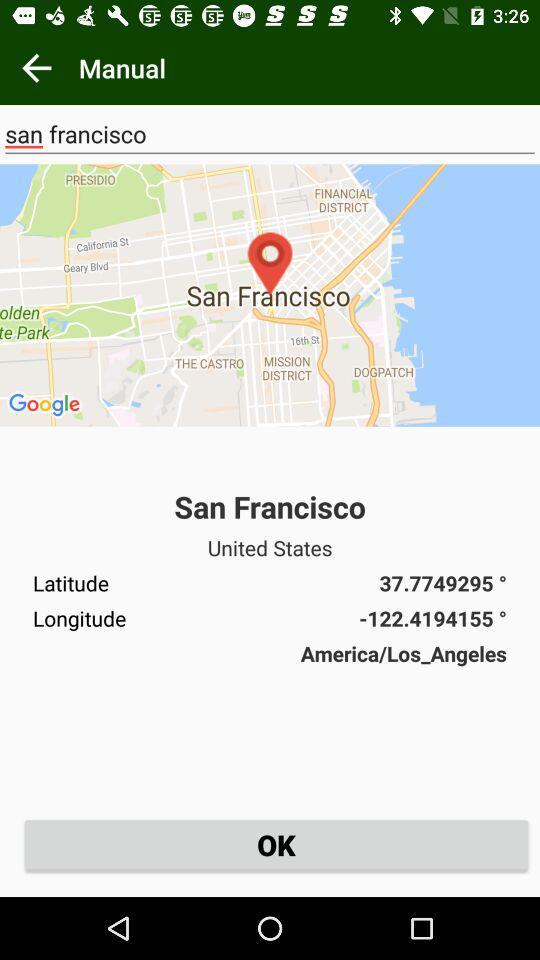 This screenshot has height=960, width=540. Describe the element at coordinates (36, 68) in the screenshot. I see `the item next to manual item` at that location.